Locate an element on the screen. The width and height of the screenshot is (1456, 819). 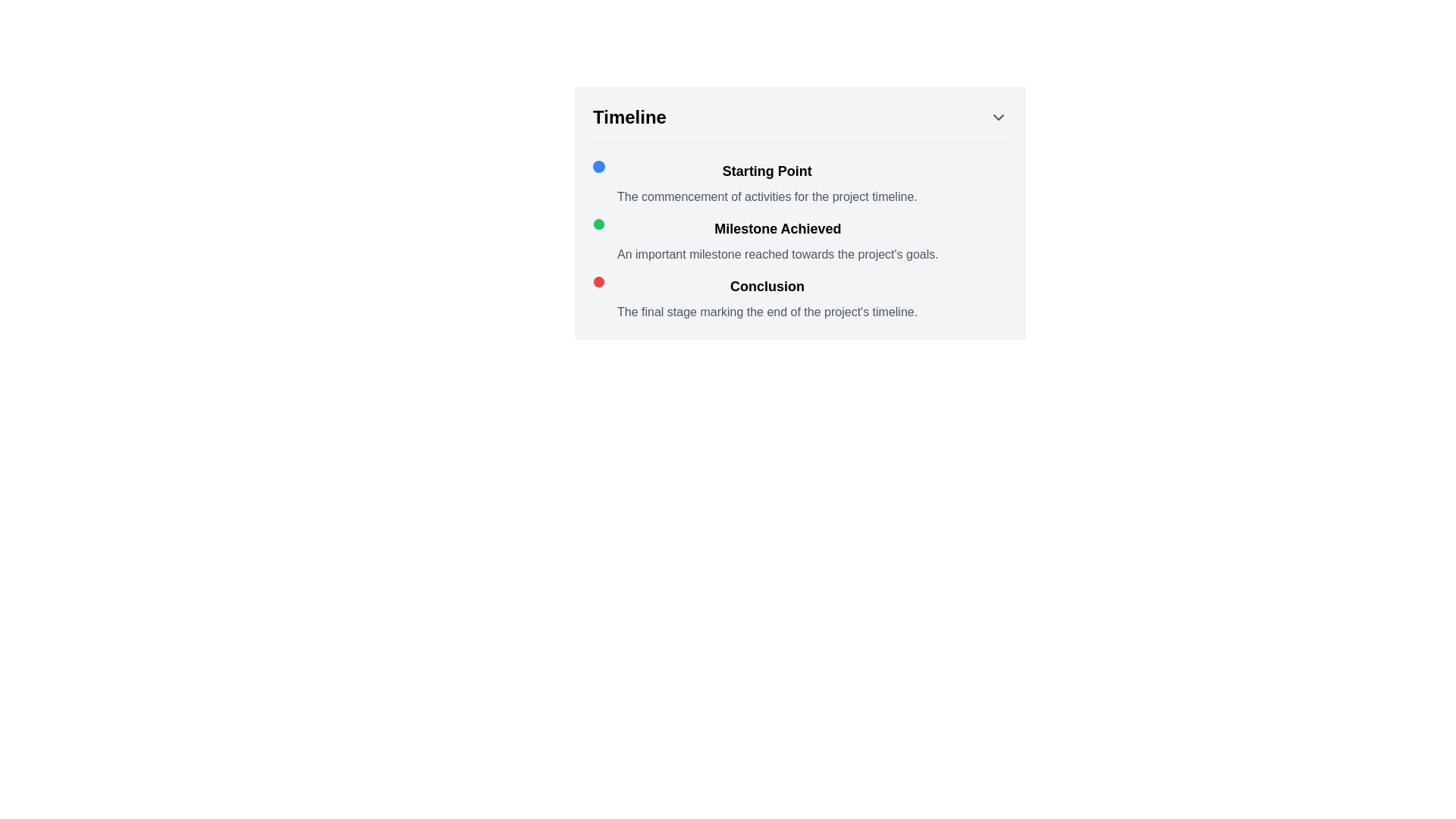
the marker component that signifies the starting point in the timeline representation, which consists of a circle and a vertical line, located near the top-left corner of the card-like section labeled 'Timeline' is located at coordinates (598, 166).